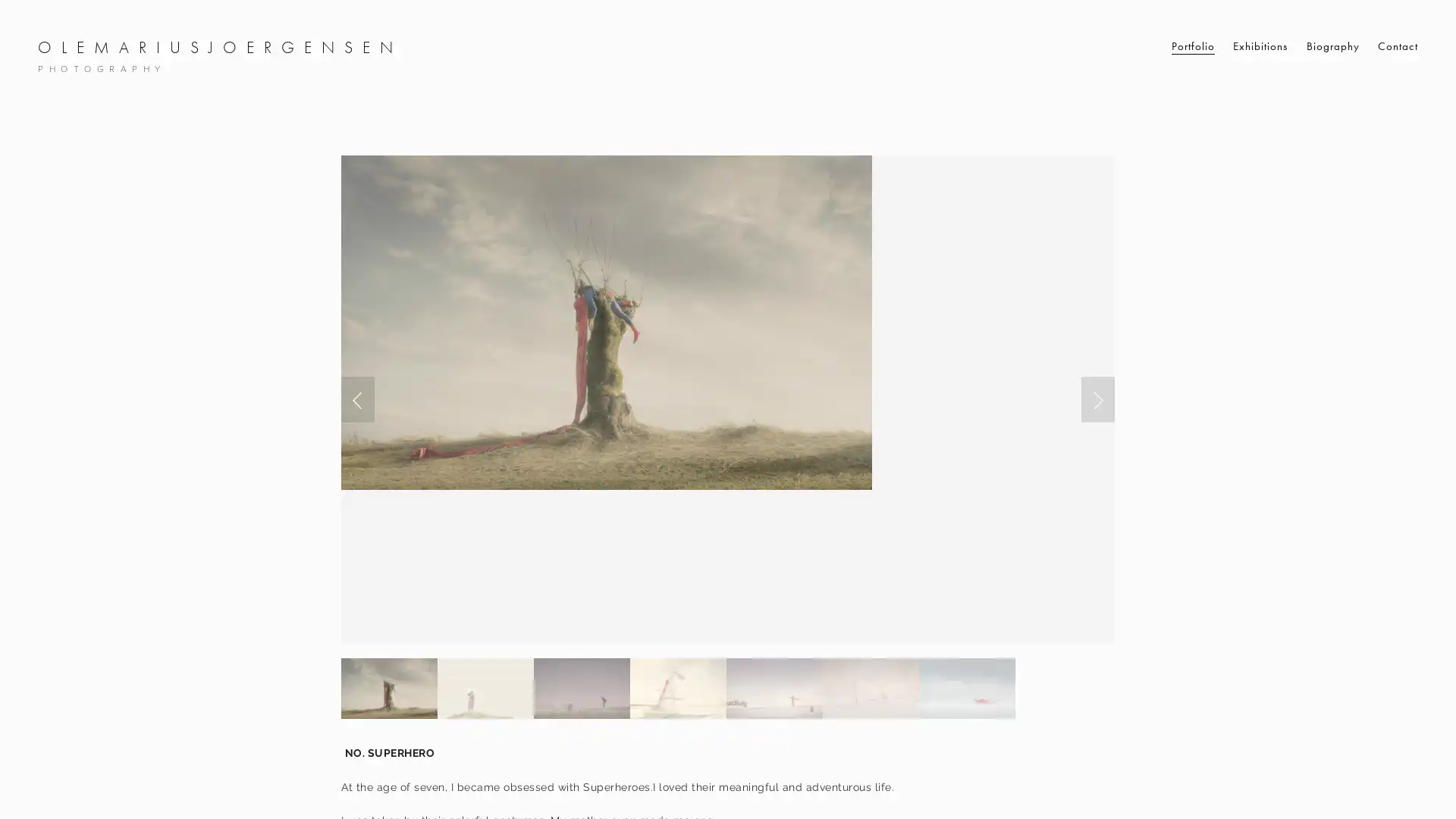  Describe the element at coordinates (1098, 397) in the screenshot. I see `Next Slide` at that location.